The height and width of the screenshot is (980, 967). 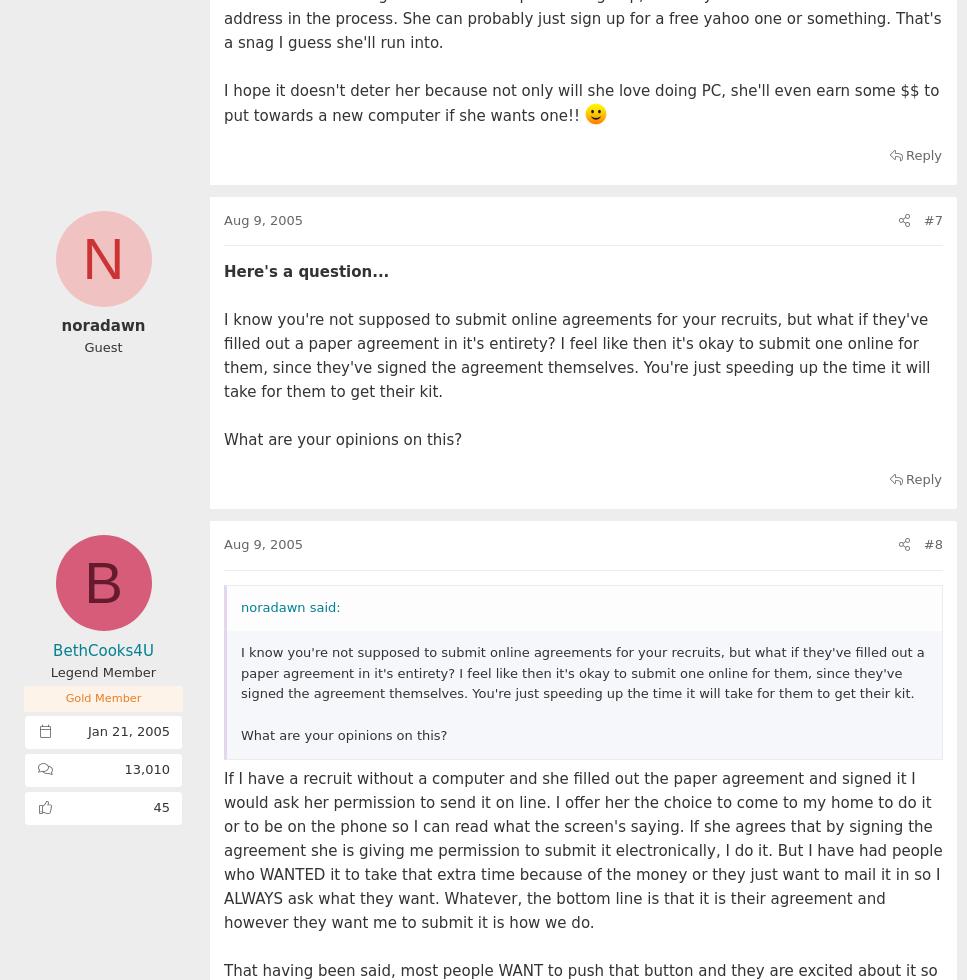 What do you see at coordinates (931, 544) in the screenshot?
I see `'#8'` at bounding box center [931, 544].